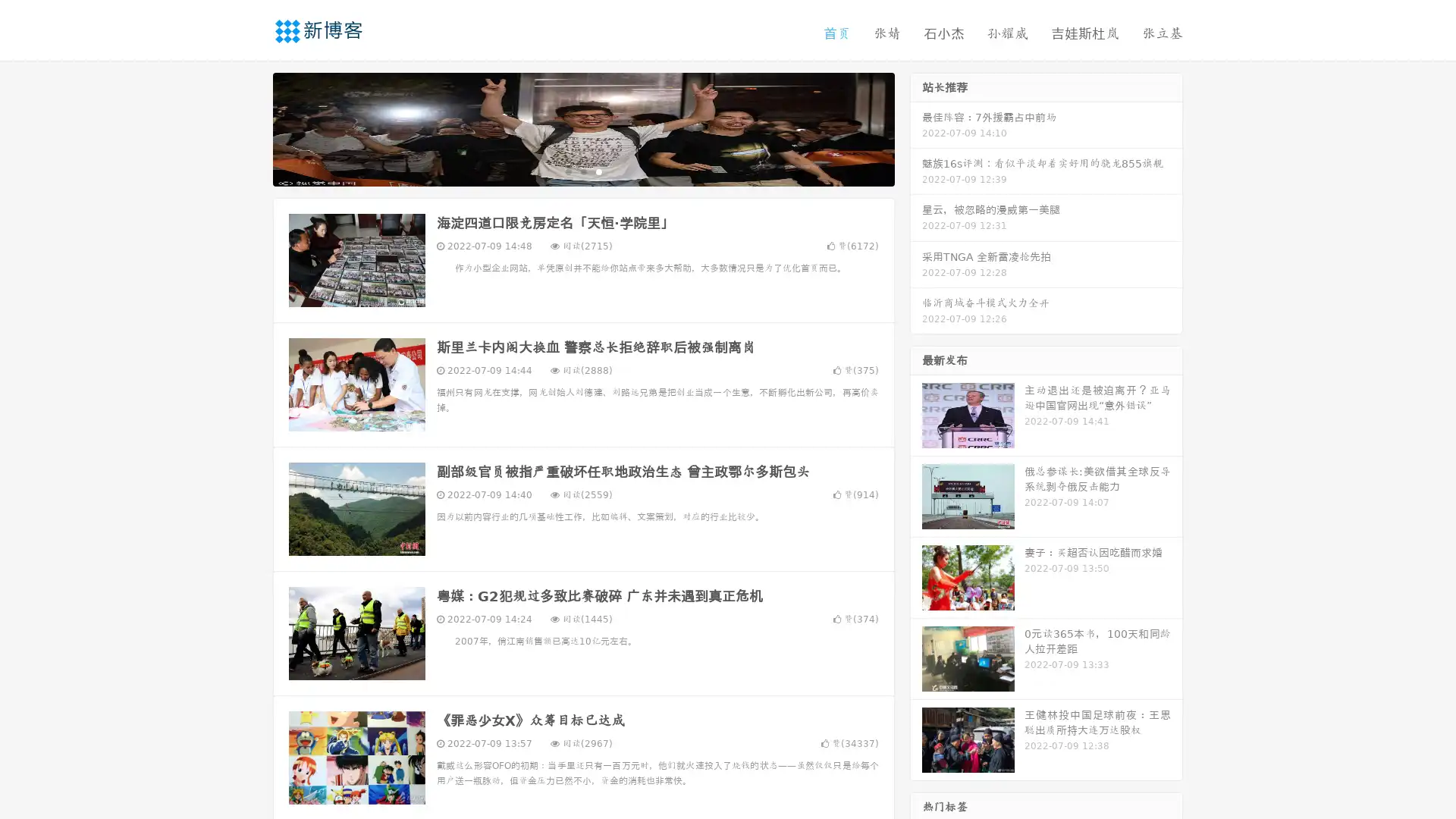 This screenshot has height=819, width=1456. What do you see at coordinates (916, 127) in the screenshot?
I see `Next slide` at bounding box center [916, 127].